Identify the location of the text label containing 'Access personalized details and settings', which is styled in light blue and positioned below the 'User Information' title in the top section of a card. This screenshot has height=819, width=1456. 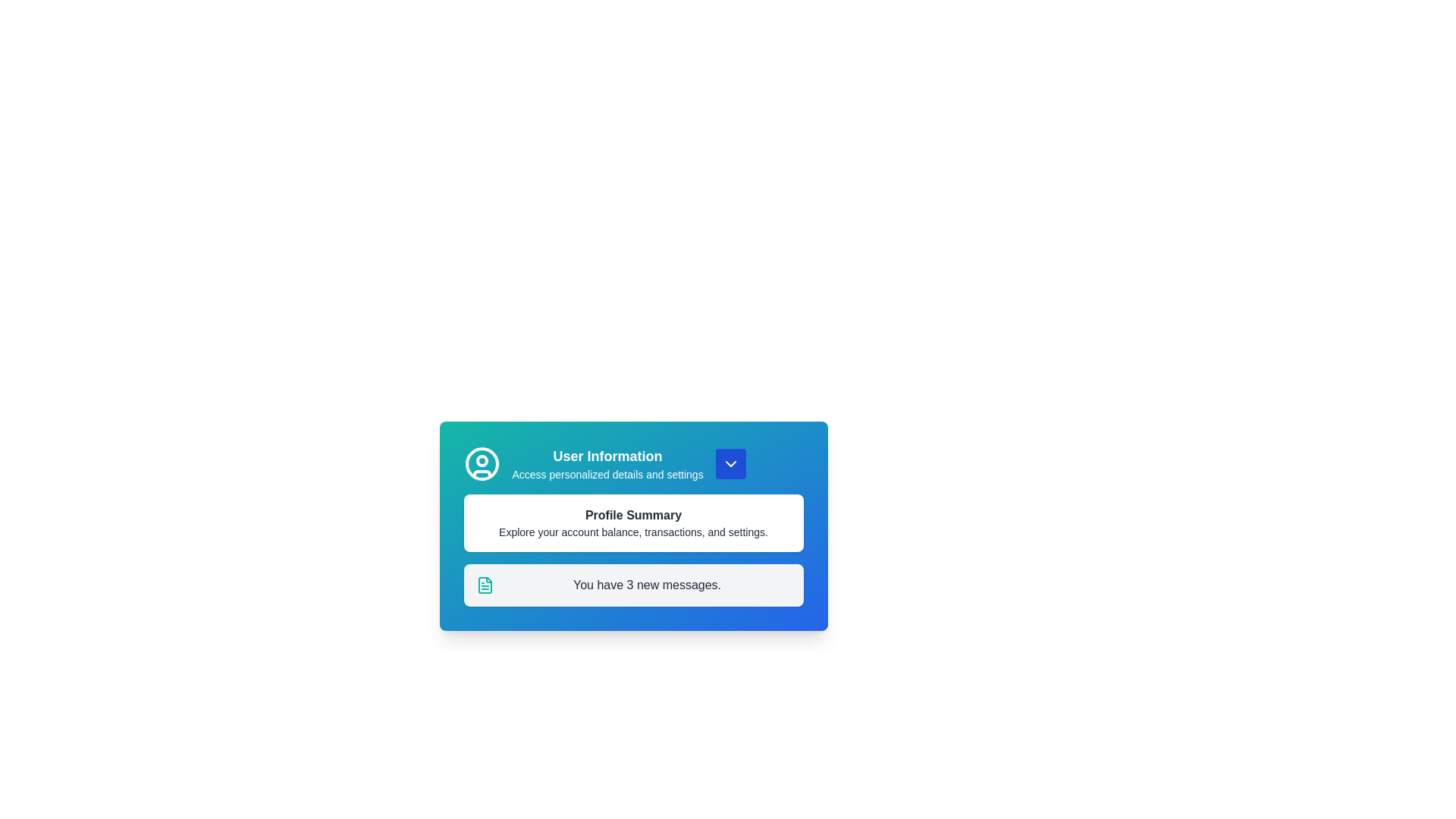
(607, 473).